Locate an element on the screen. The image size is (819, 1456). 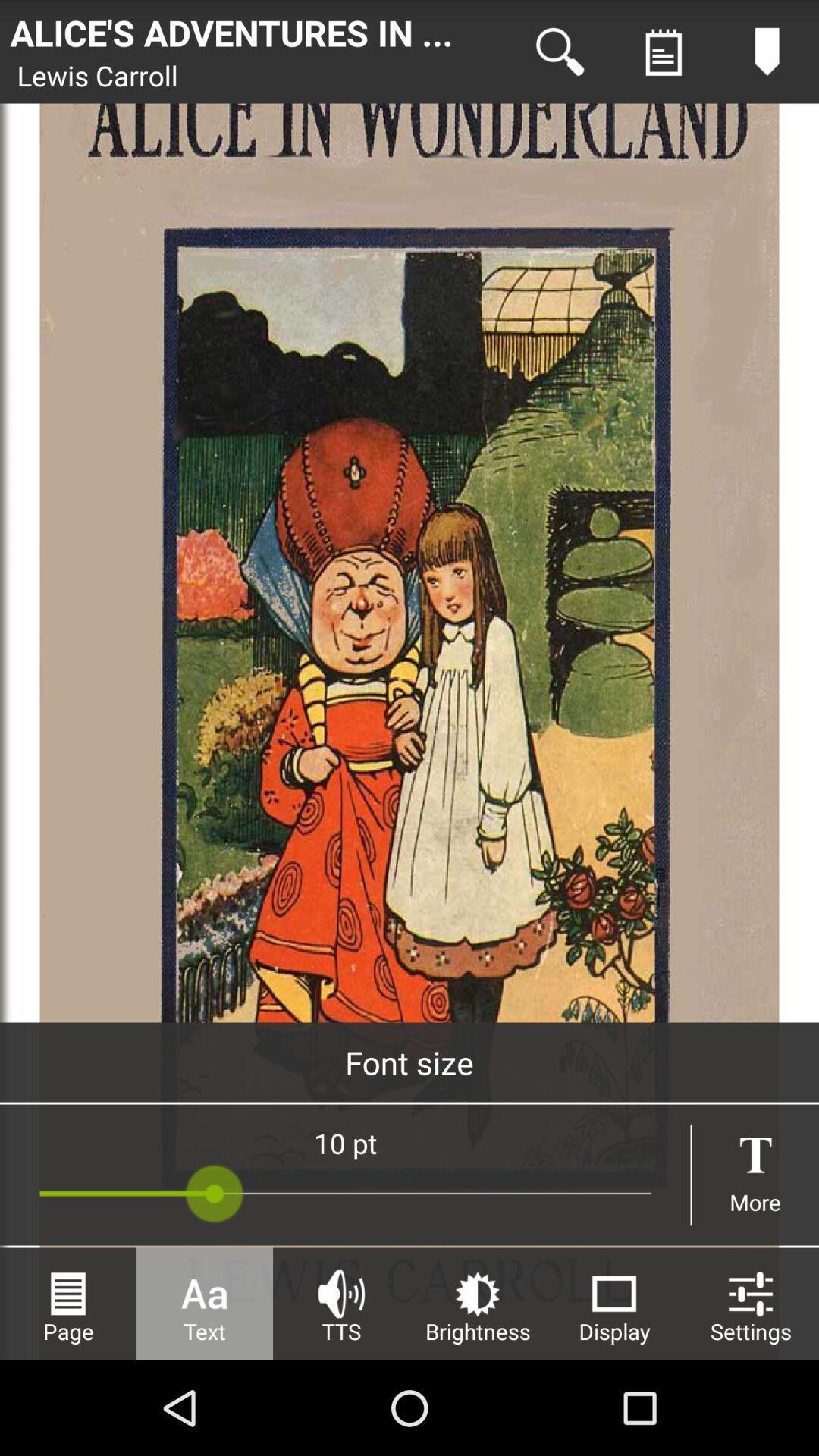
save button is located at coordinates (663, 52).